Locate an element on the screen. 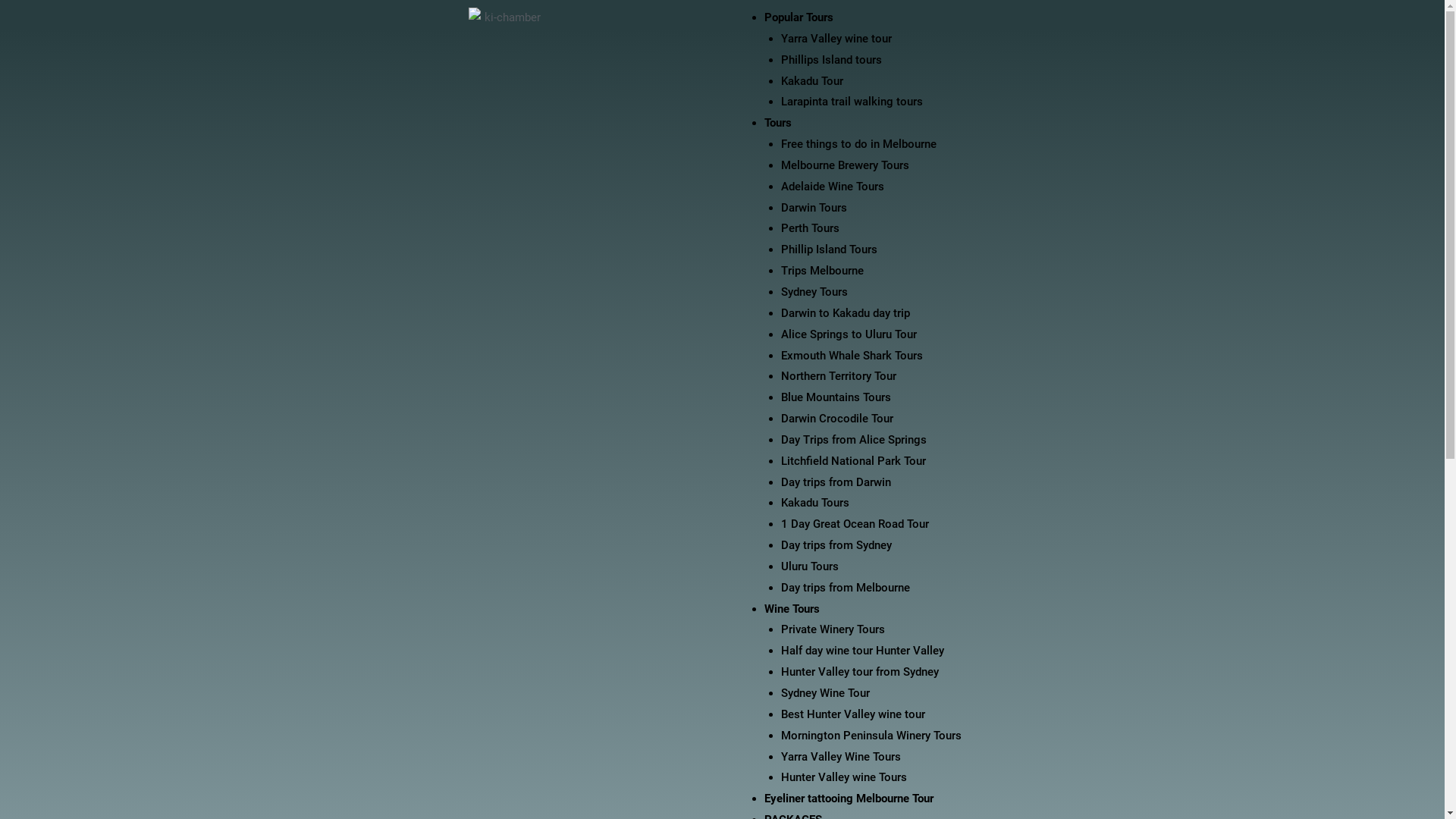 This screenshot has width=1456, height=819. 'Day Trips from Alice Springs' is located at coordinates (854, 439).